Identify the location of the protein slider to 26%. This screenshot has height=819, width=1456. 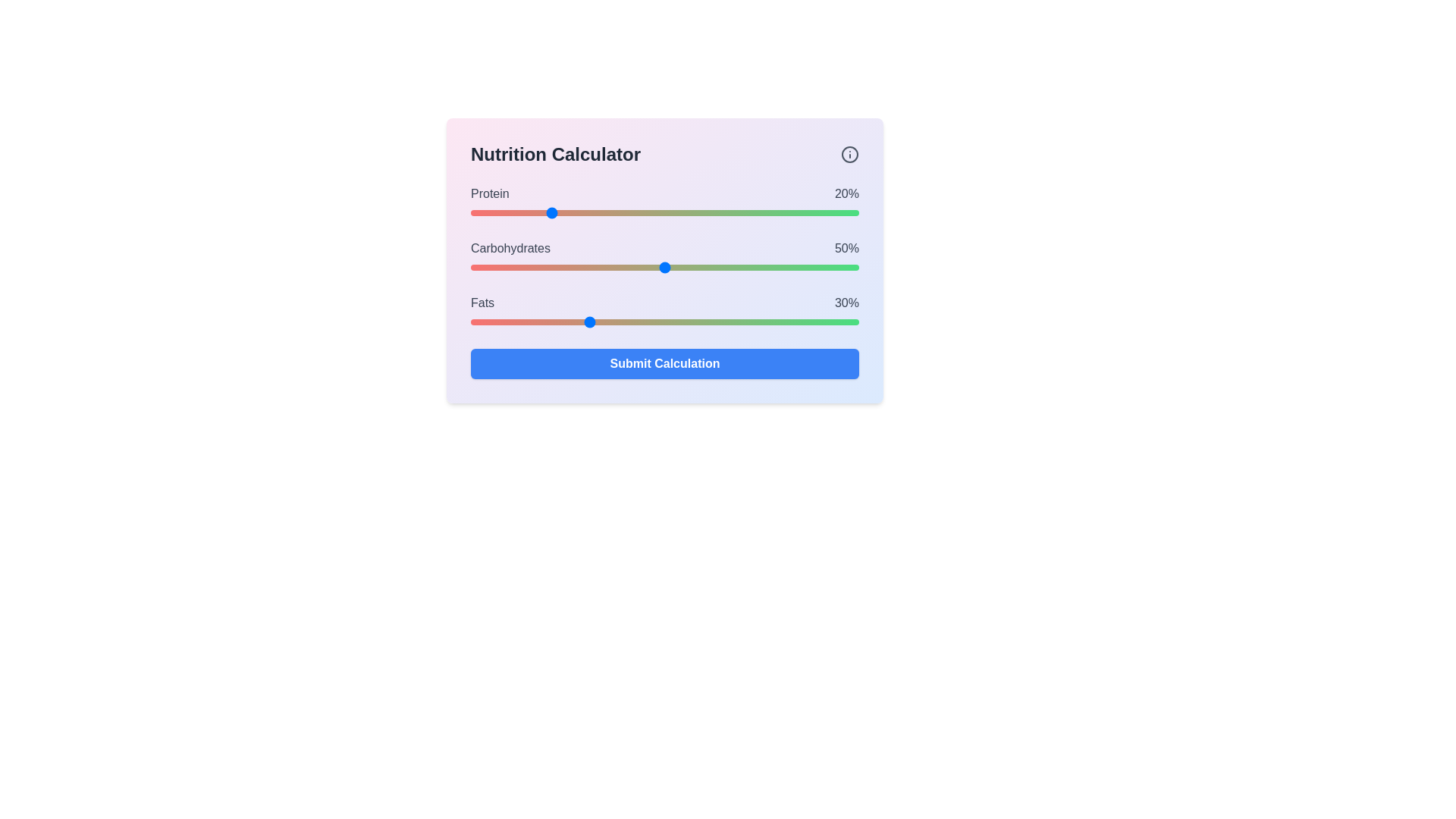
(571, 213).